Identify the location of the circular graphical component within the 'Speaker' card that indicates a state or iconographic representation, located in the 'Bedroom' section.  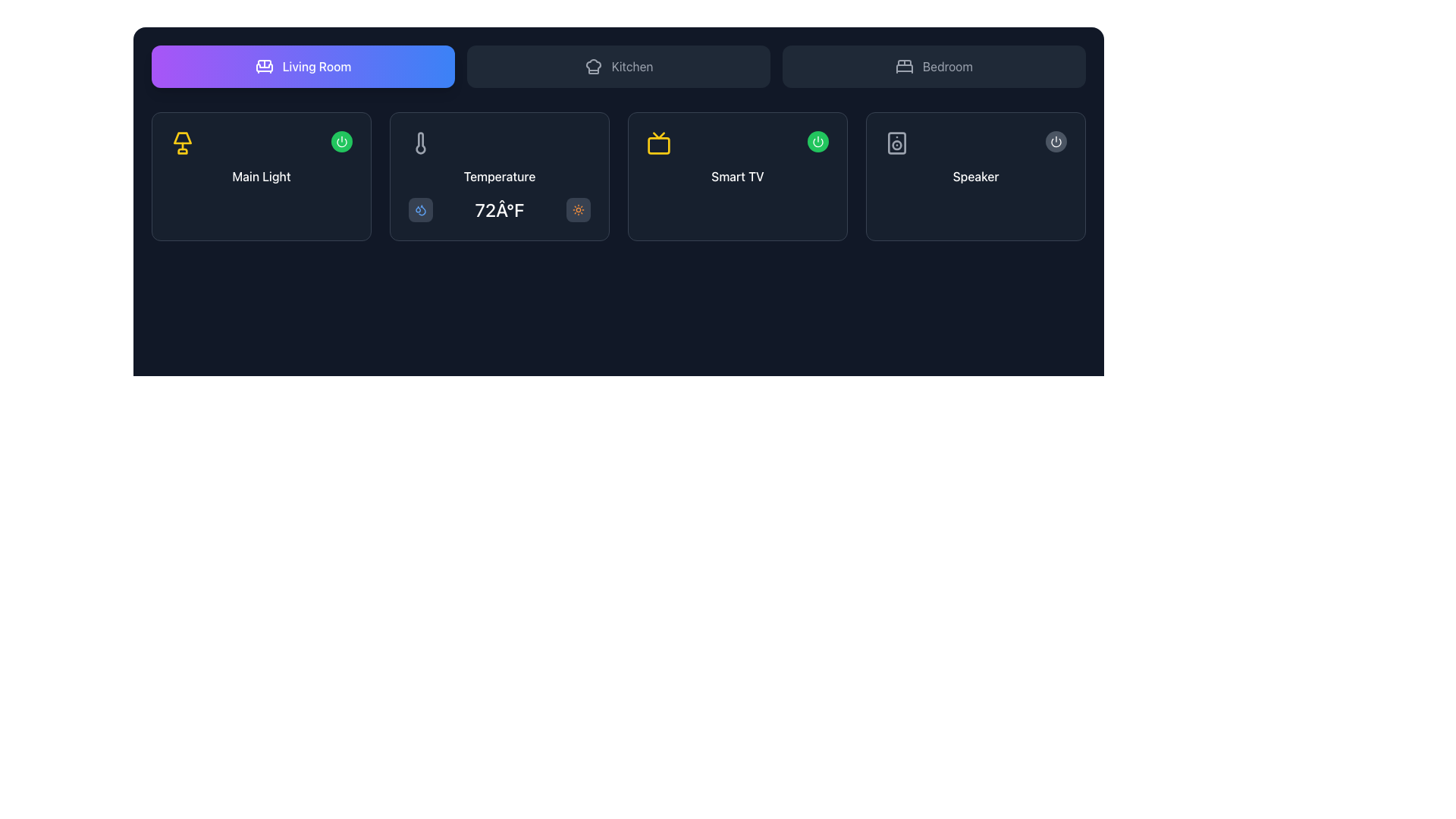
(1055, 143).